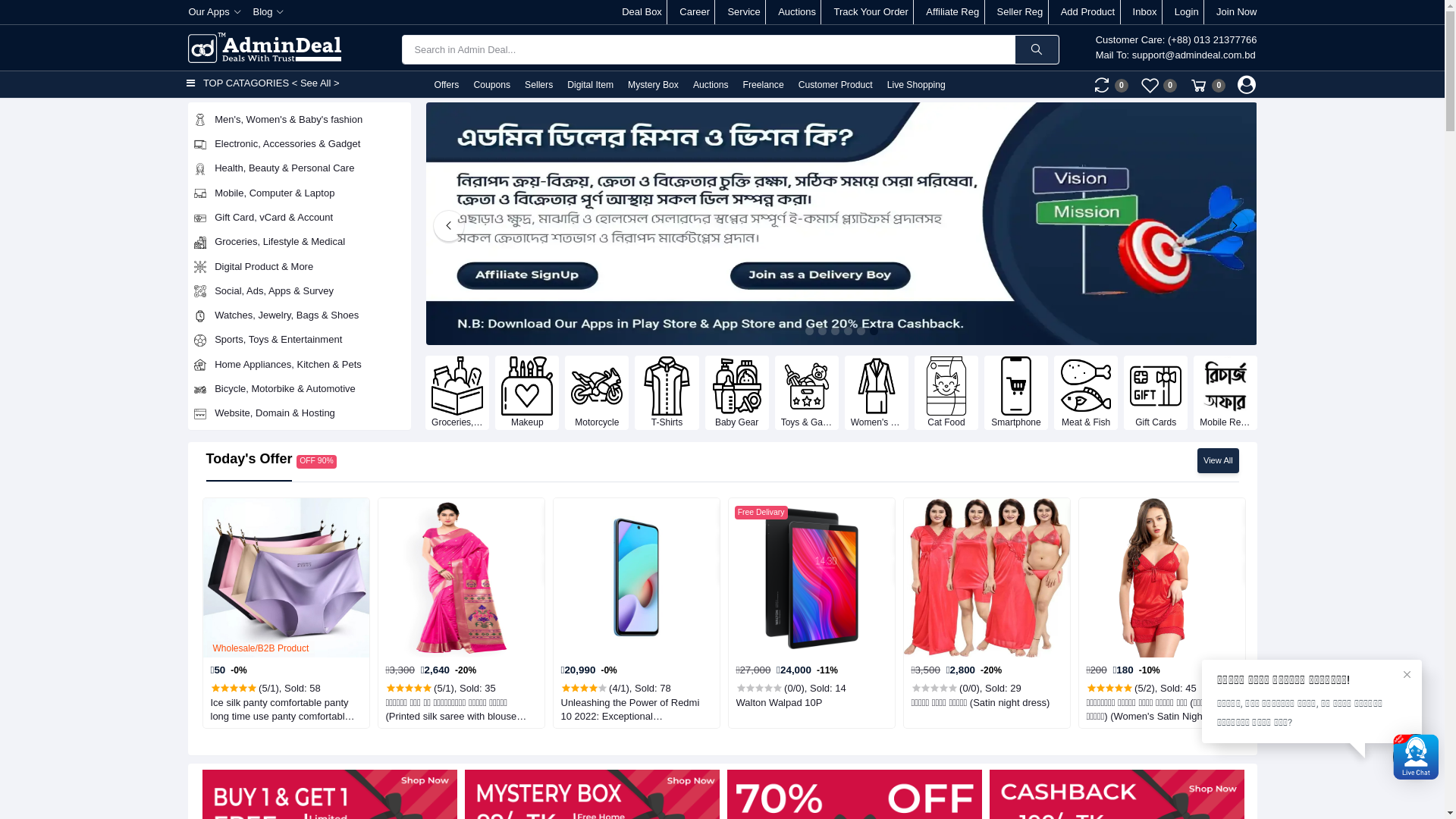  I want to click on 'Website, Domain & Hosting', so click(300, 413).